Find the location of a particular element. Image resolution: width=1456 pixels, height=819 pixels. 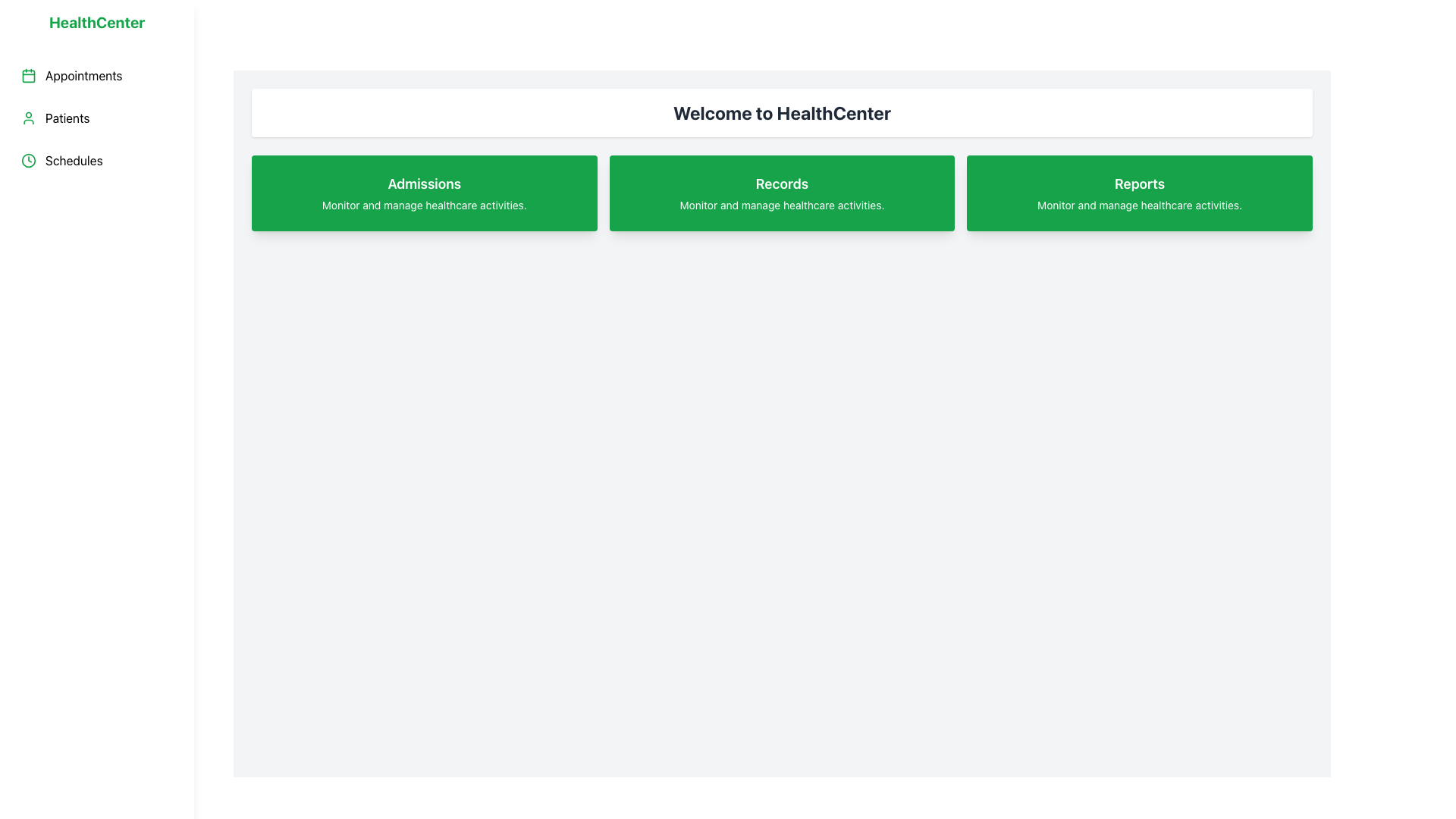

the second Informational Card in the card grid layout is located at coordinates (782, 192).